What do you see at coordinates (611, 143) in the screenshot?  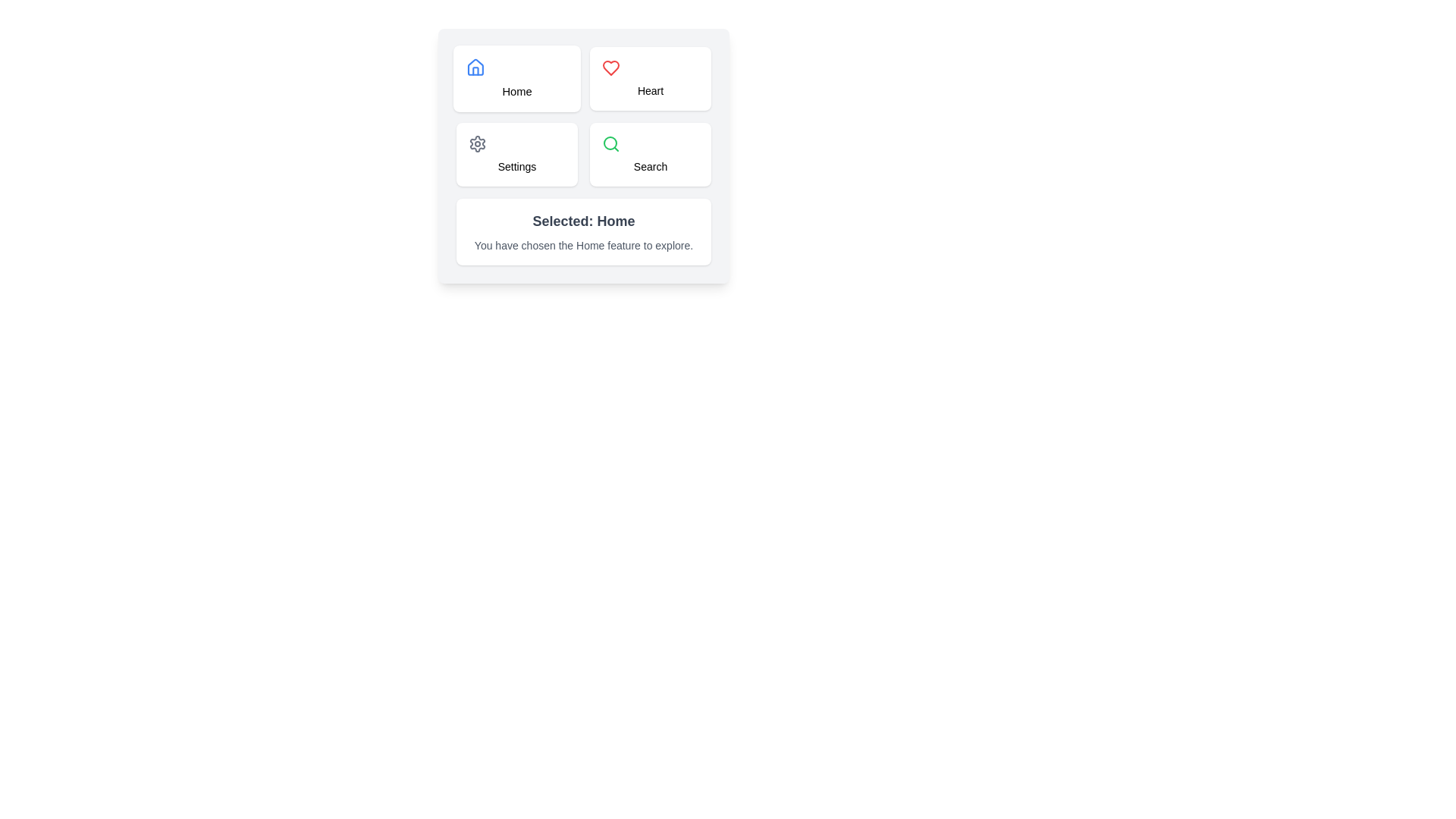 I see `the search icon located in the bottom-right quadrant of the grid layout, specifically within the button labeled 'Search'` at bounding box center [611, 143].